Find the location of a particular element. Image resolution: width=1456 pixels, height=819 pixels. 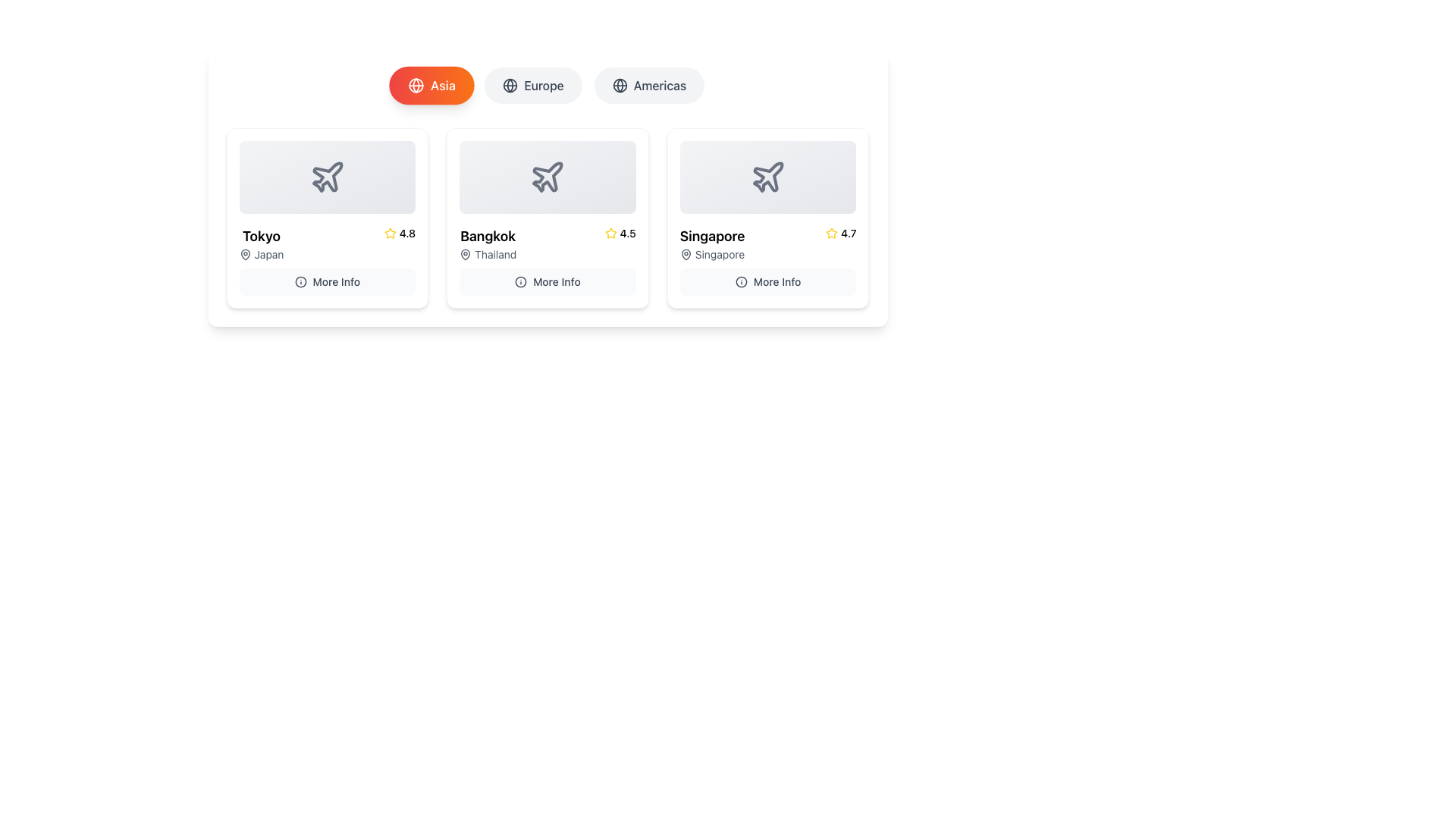

the icon representing part of the rating system located to the left of the text '4.7' in the Singapore destination card is located at coordinates (831, 234).